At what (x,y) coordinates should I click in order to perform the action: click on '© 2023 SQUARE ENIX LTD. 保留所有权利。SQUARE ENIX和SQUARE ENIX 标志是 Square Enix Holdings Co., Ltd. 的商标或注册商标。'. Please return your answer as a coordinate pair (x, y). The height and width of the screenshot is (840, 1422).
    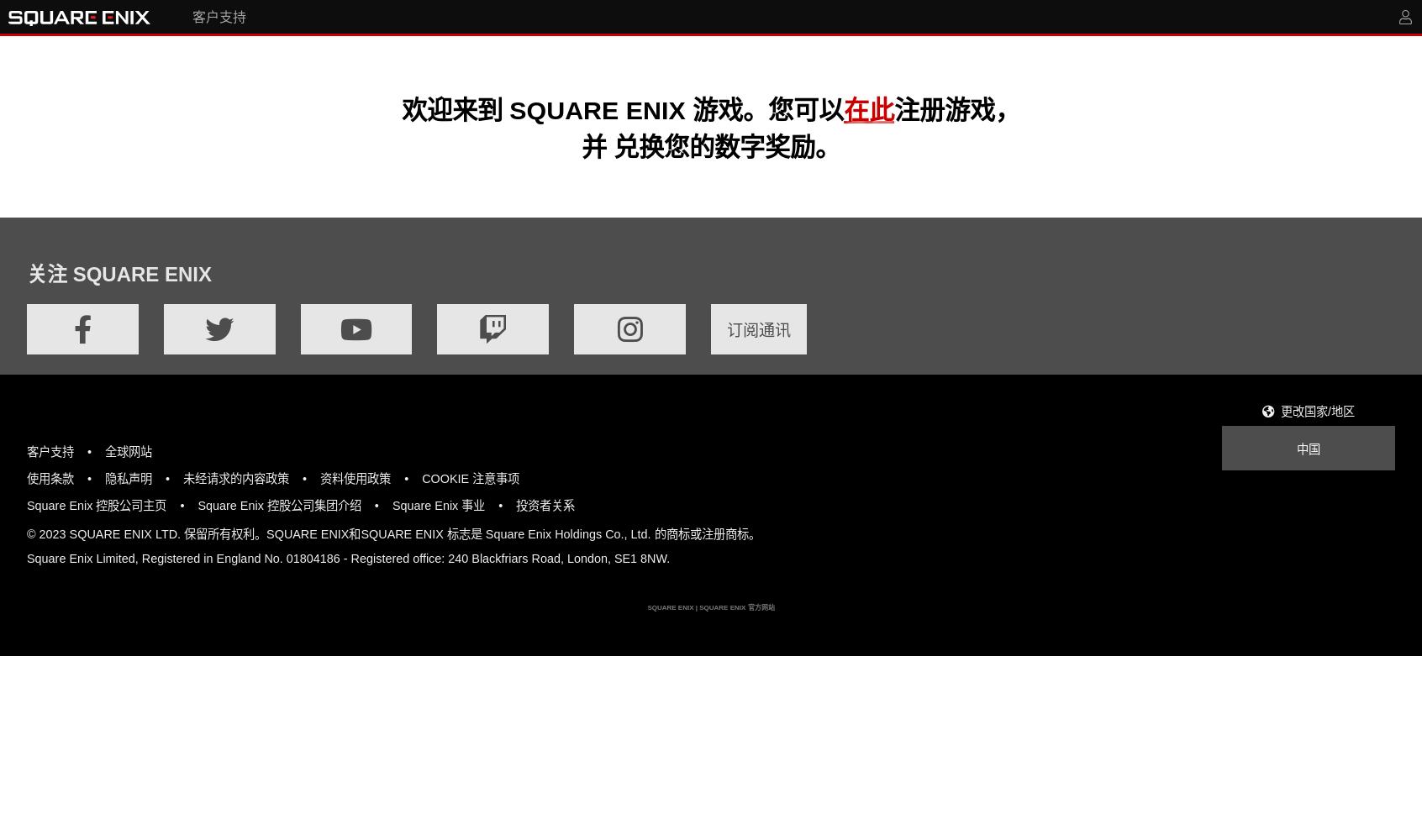
    Looking at the image, I should click on (392, 534).